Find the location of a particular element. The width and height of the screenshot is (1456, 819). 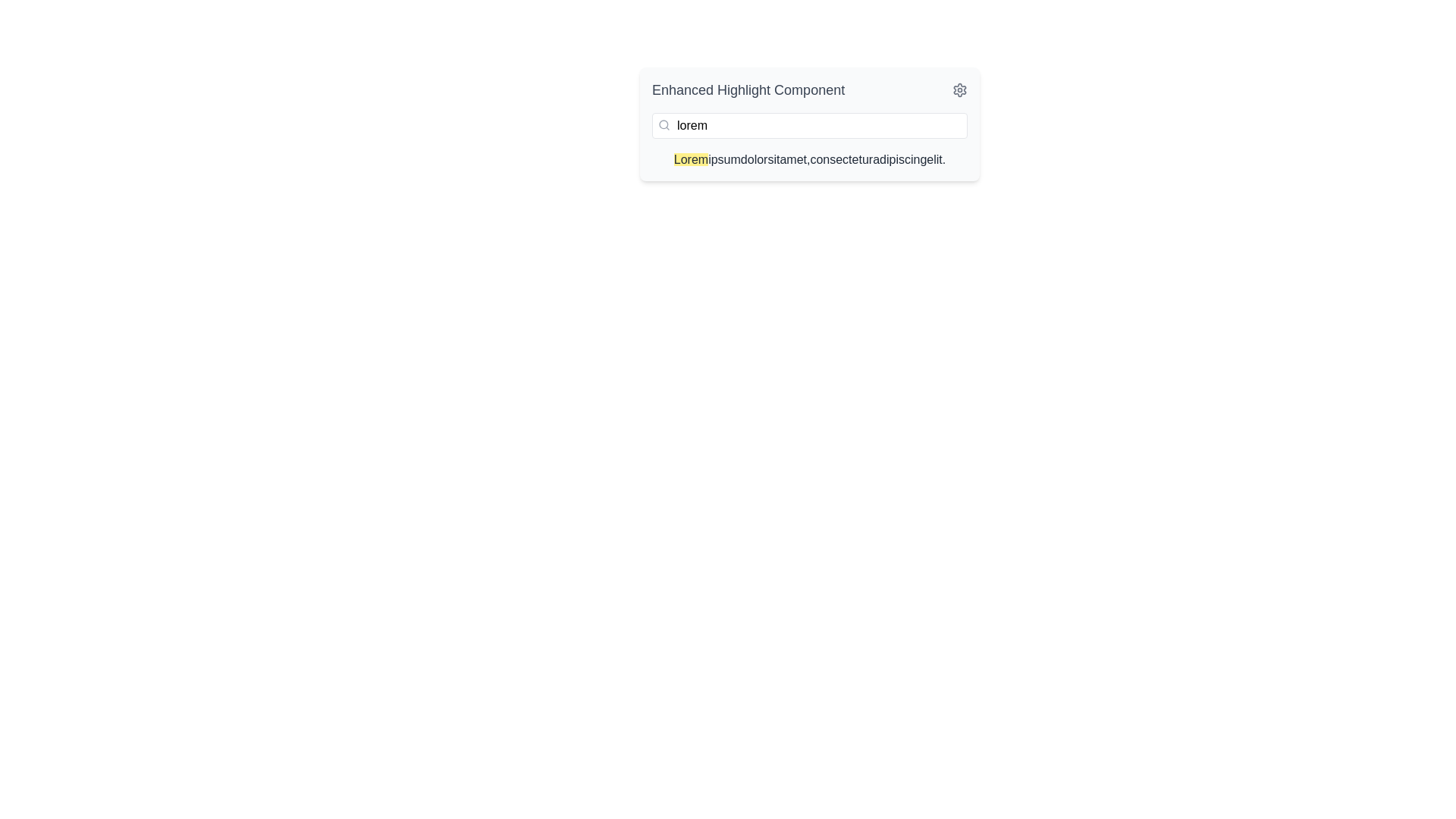

the informational text block located at the bottom section of the 'Enhanced Highlight Component' card, situated beneath the search bar is located at coordinates (809, 160).